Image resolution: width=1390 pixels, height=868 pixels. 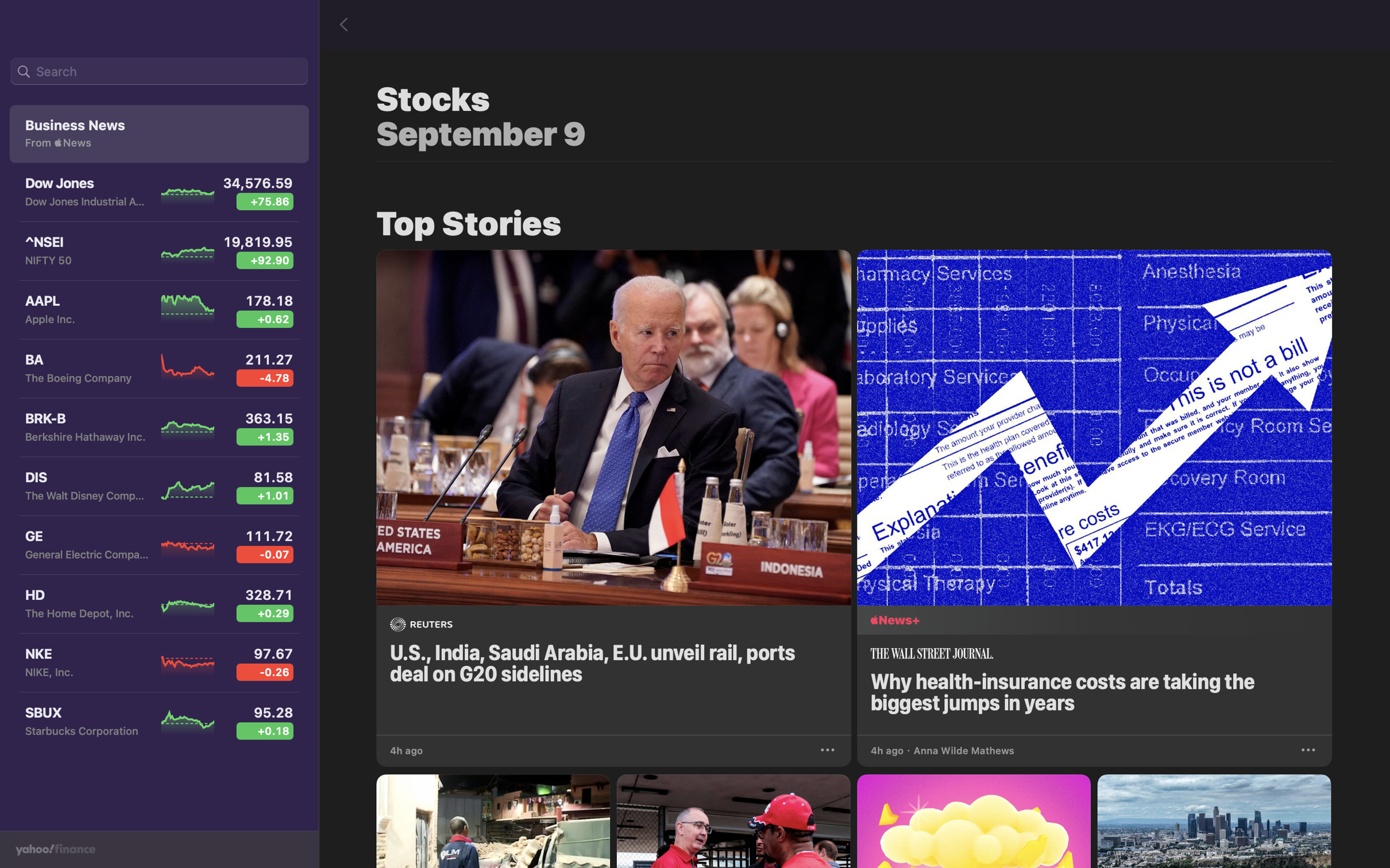 What do you see at coordinates (1307, 749) in the screenshot?
I see `Save the health insurance news` at bounding box center [1307, 749].